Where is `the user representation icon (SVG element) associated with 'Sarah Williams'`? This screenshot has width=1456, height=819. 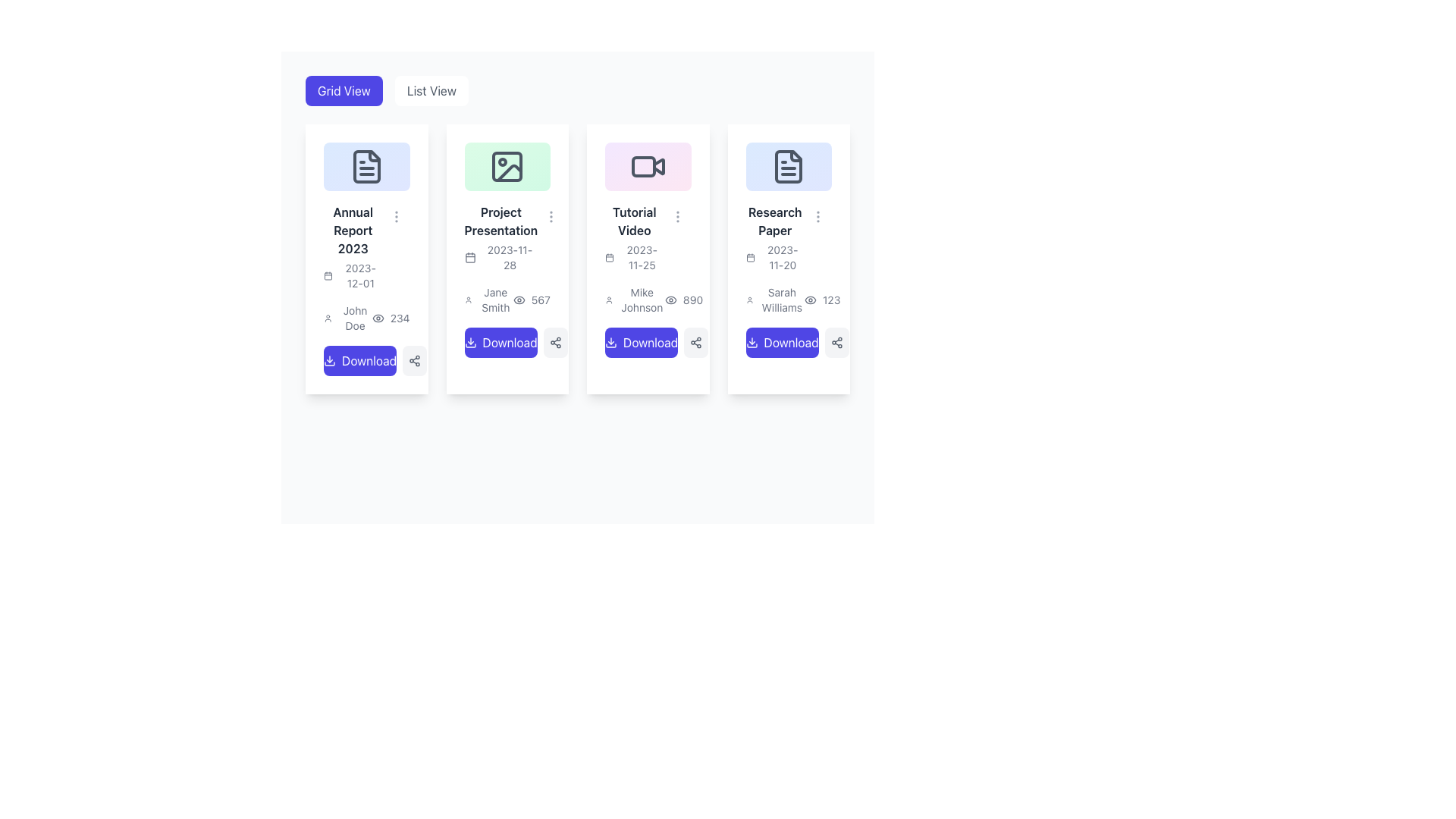 the user representation icon (SVG element) associated with 'Sarah Williams' is located at coordinates (749, 300).